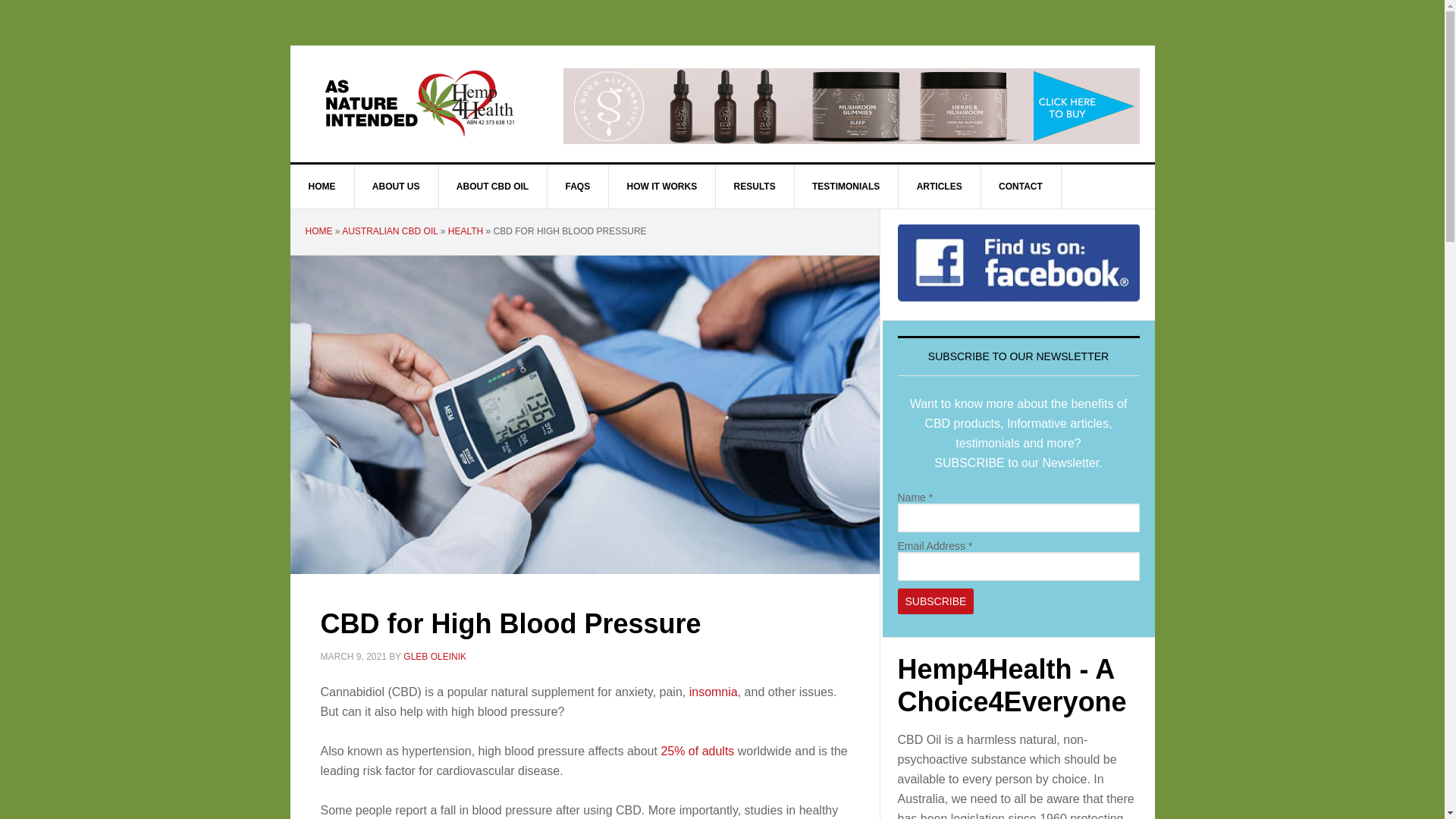 This screenshot has height=819, width=1456. Describe the element at coordinates (939, 186) in the screenshot. I see `'ARTICLES'` at that location.